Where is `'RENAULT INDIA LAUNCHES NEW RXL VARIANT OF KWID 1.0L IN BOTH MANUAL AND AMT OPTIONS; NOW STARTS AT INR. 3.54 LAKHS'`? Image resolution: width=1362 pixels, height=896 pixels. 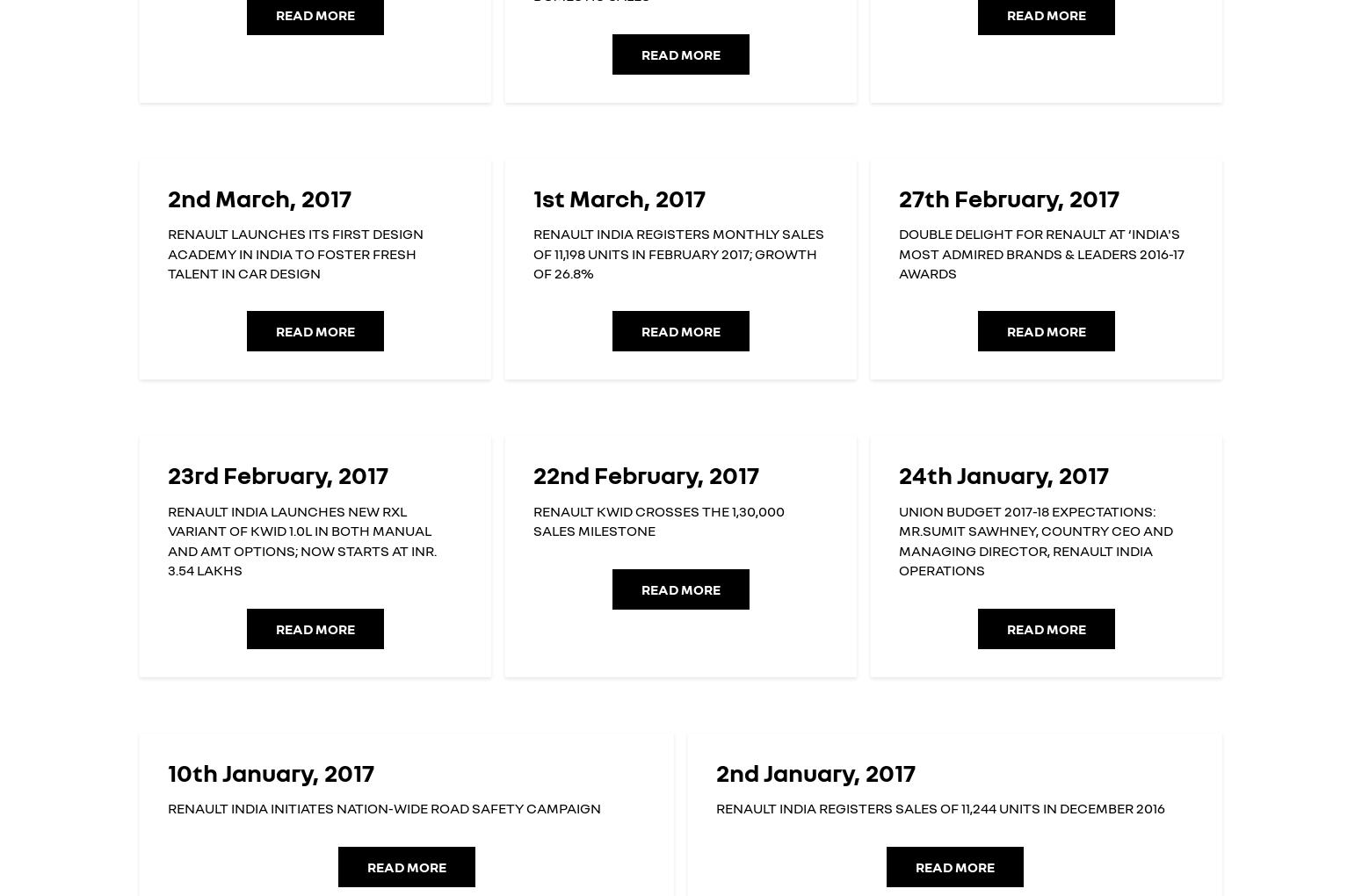
'RENAULT INDIA LAUNCHES NEW RXL VARIANT OF KWID 1.0L IN BOTH MANUAL AND AMT OPTIONS; NOW STARTS AT INR. 3.54 LAKHS' is located at coordinates (166, 539).